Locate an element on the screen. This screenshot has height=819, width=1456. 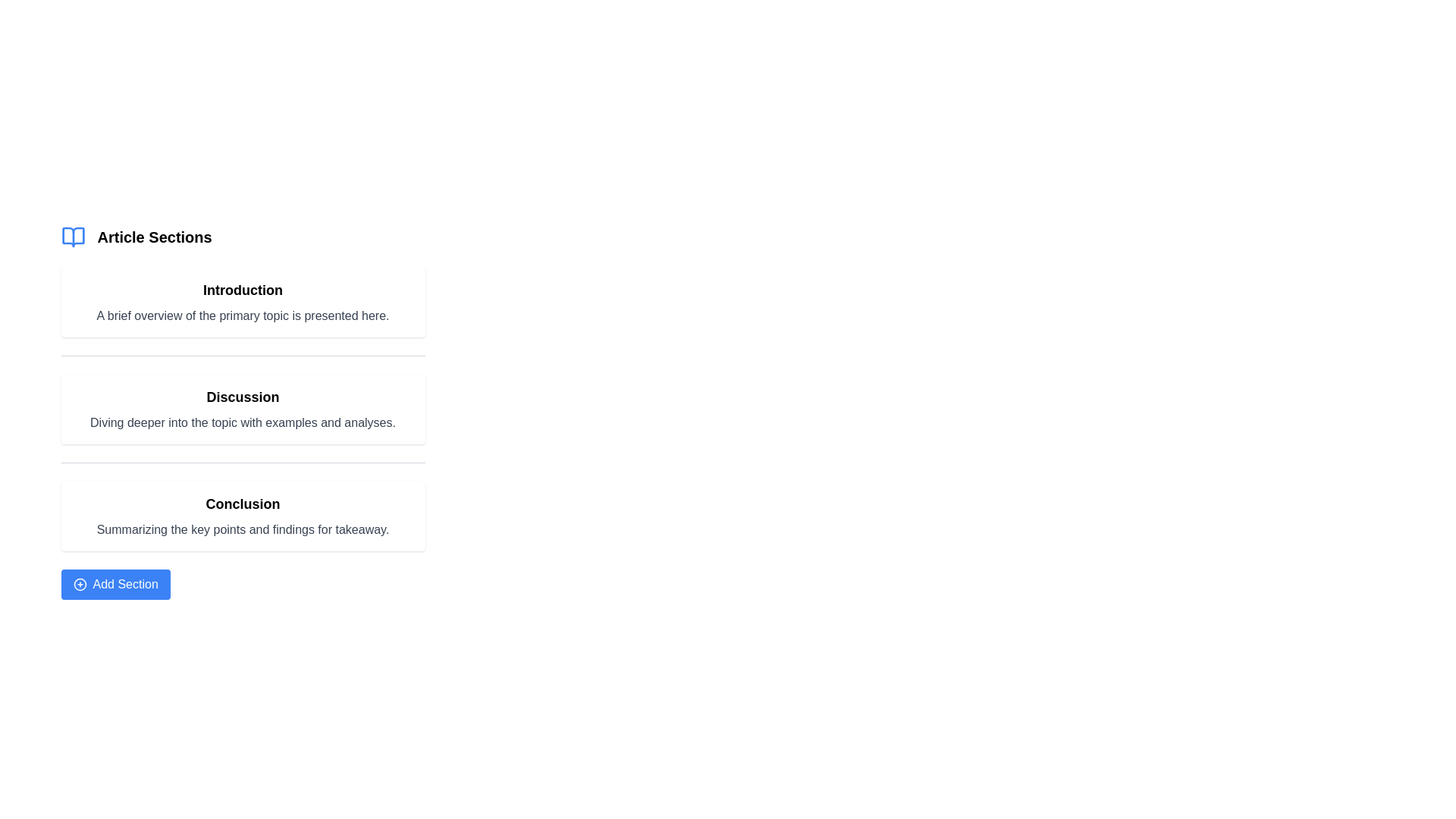
the circular icon containing a plus symbol (+) that is part of the 'Add Section' button located at the bottom-left corner of the interface is located at coordinates (79, 584).